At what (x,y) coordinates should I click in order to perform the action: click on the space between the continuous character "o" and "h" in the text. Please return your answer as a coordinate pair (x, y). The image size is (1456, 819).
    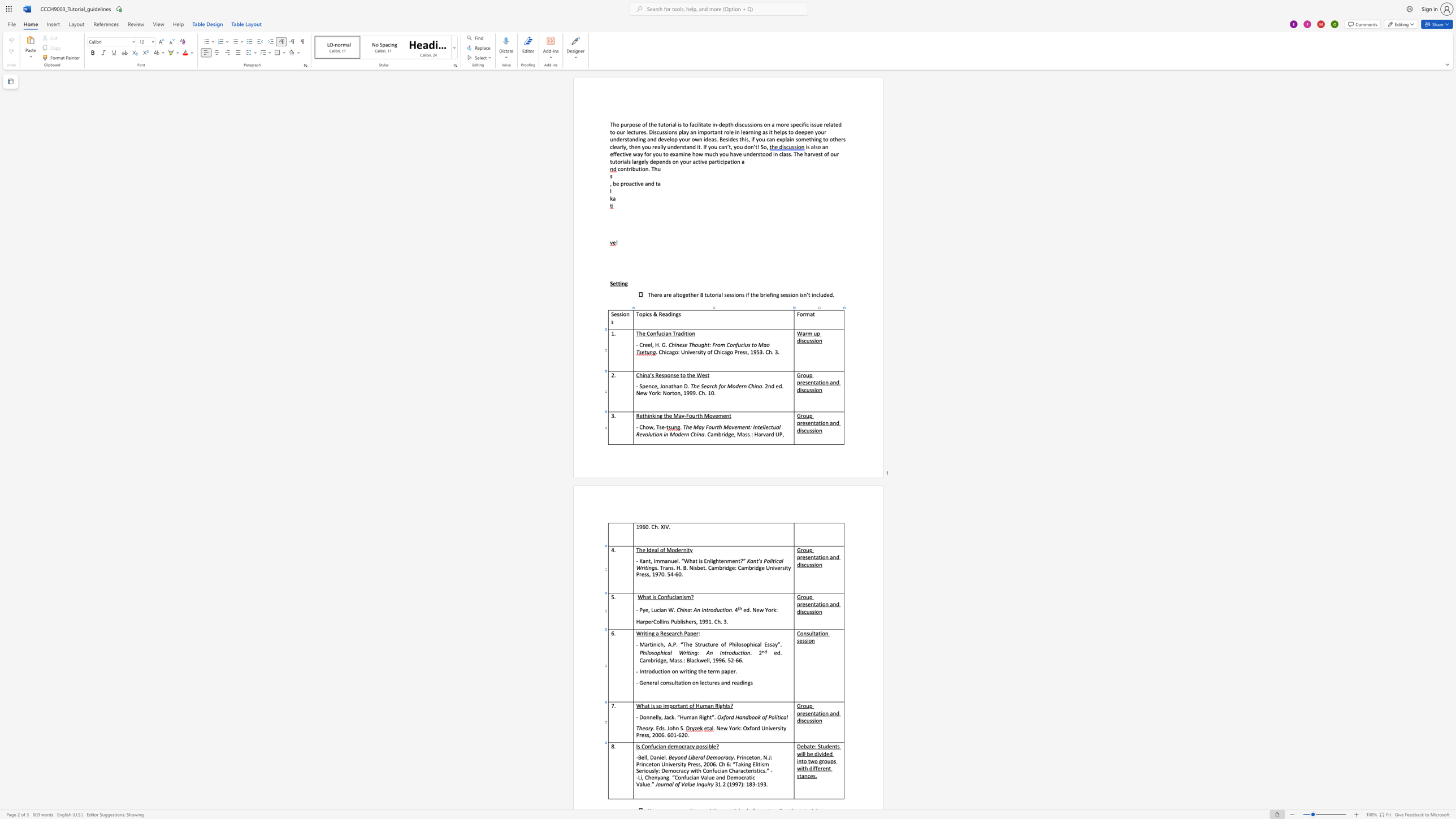
    Looking at the image, I should click on (672, 727).